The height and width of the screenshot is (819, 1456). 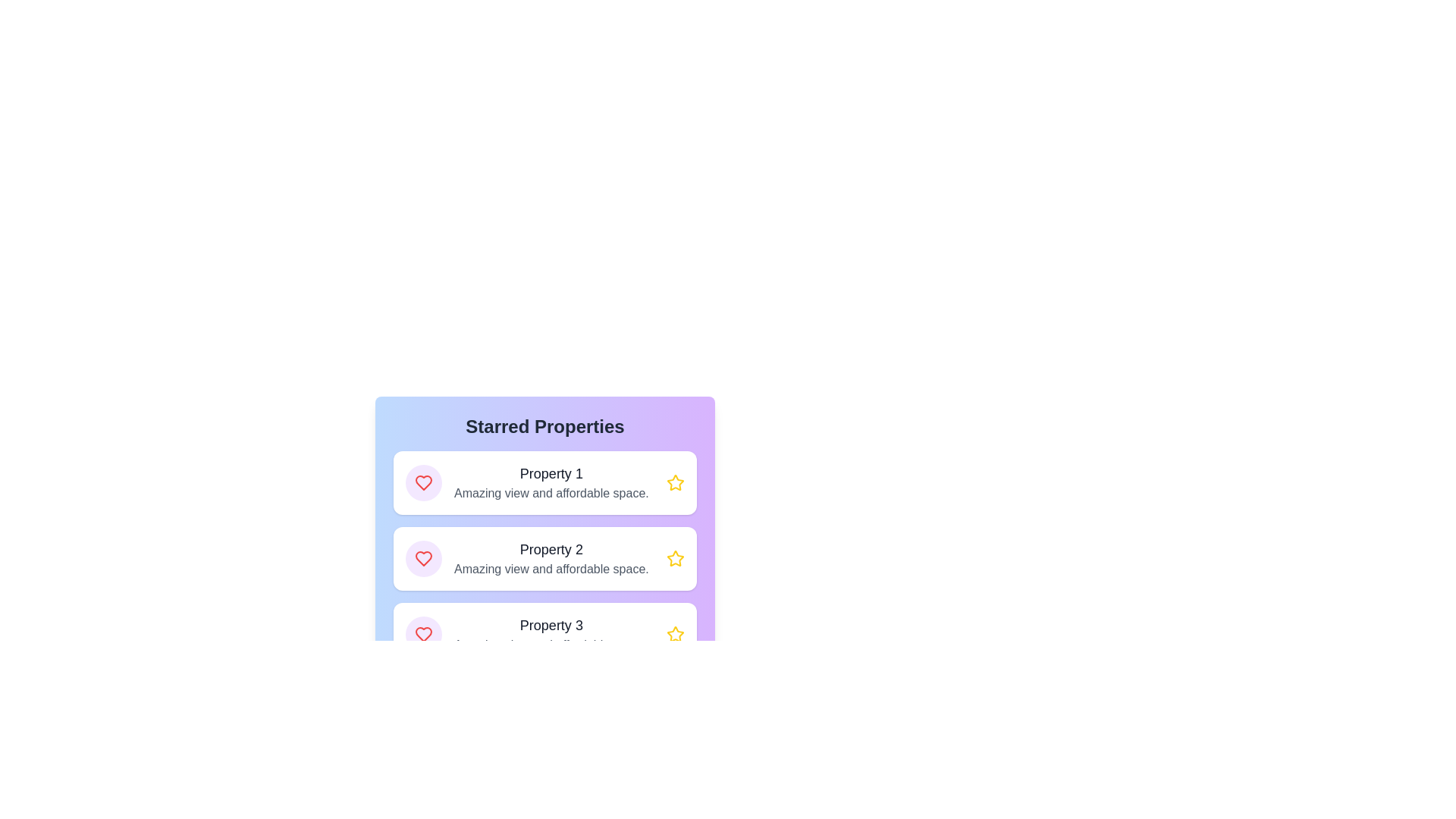 I want to click on the header text displaying 'Starred Properties', which is styled in bold and positioned at the top of a section with a gradient blue and purple background, so click(x=545, y=427).